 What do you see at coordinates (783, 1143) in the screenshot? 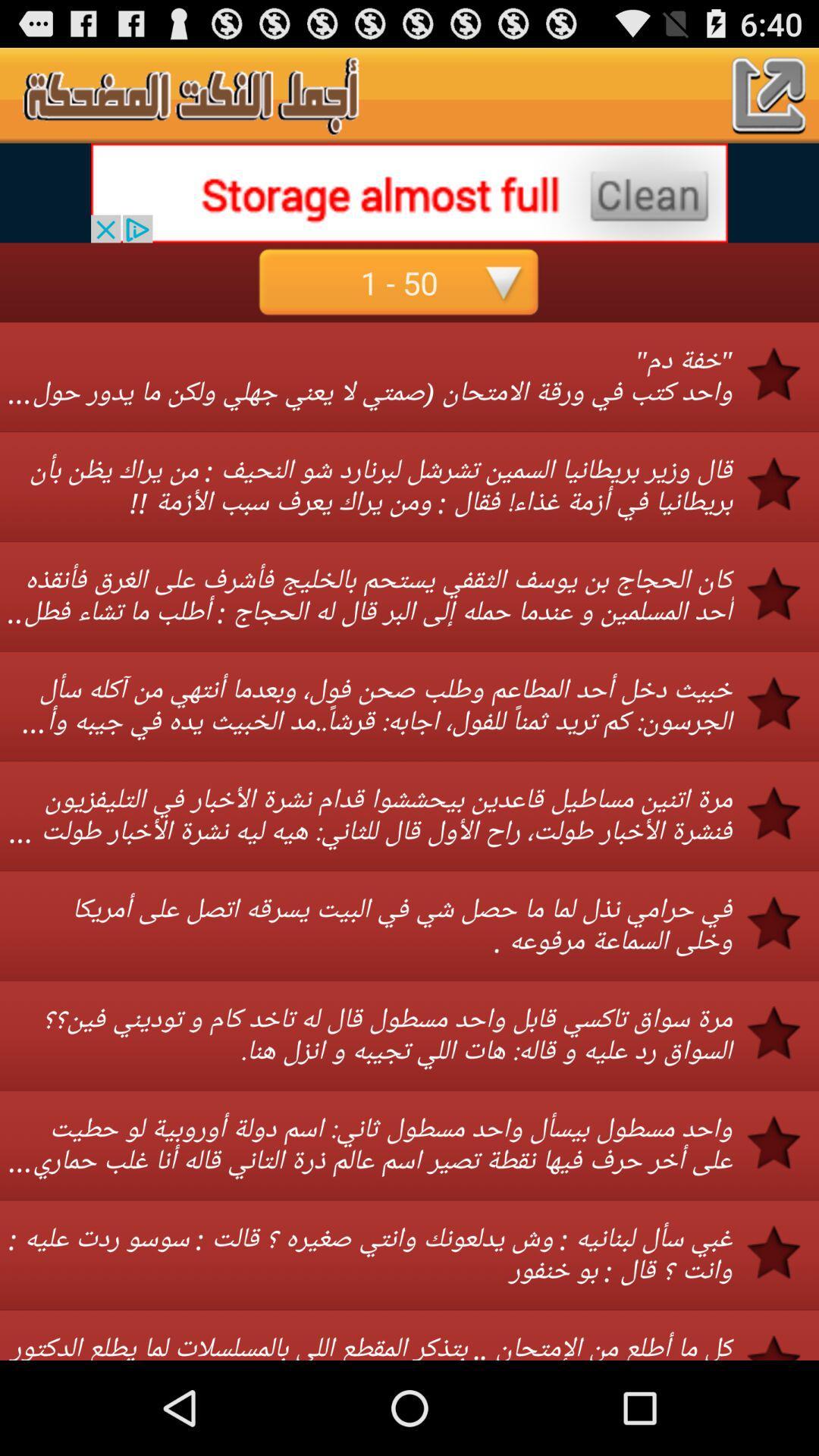
I see `the third star from the bottom` at bounding box center [783, 1143].